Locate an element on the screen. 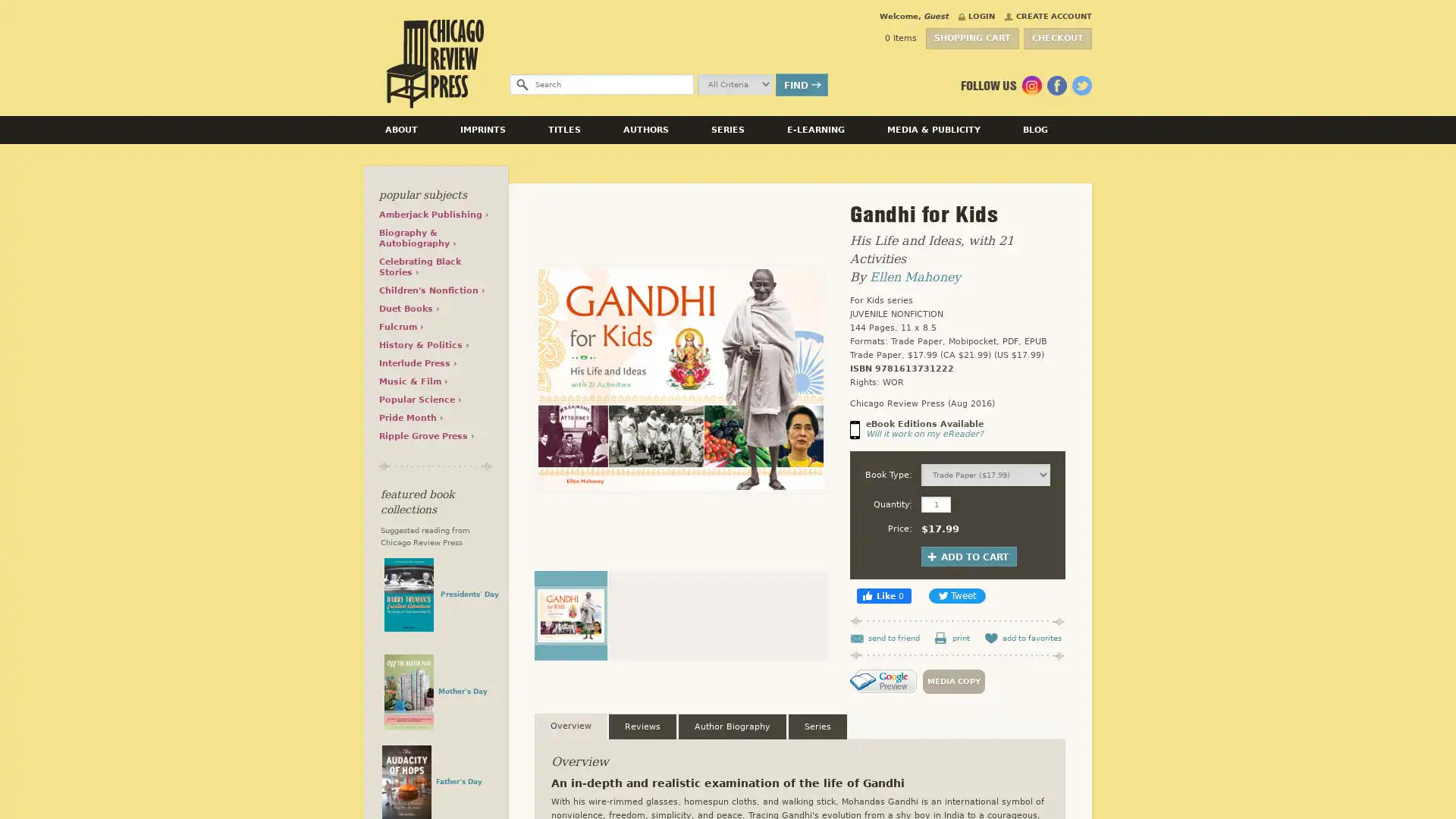  Add To Cart is located at coordinates (968, 555).